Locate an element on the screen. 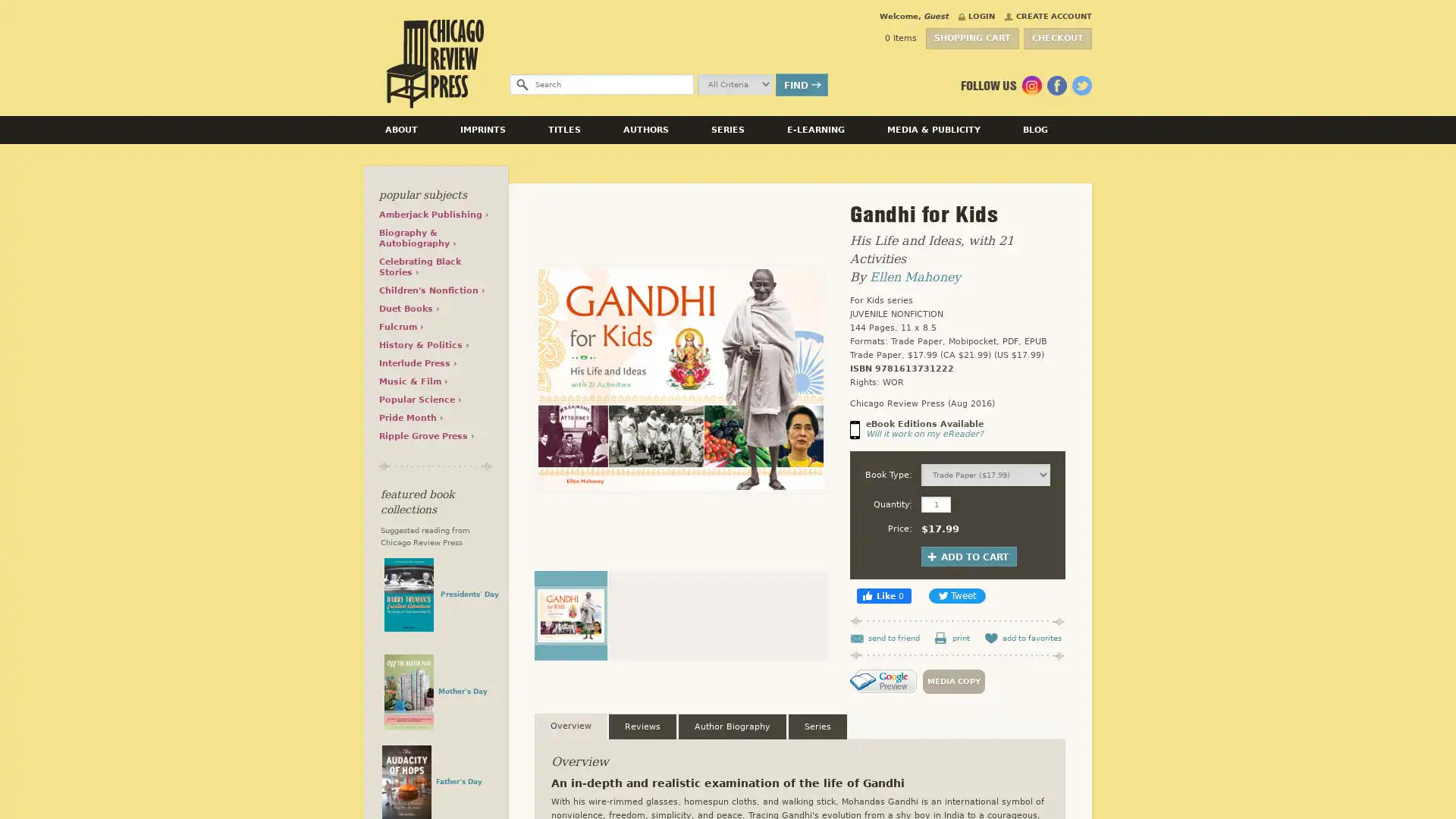  Add To Cart is located at coordinates (968, 555).